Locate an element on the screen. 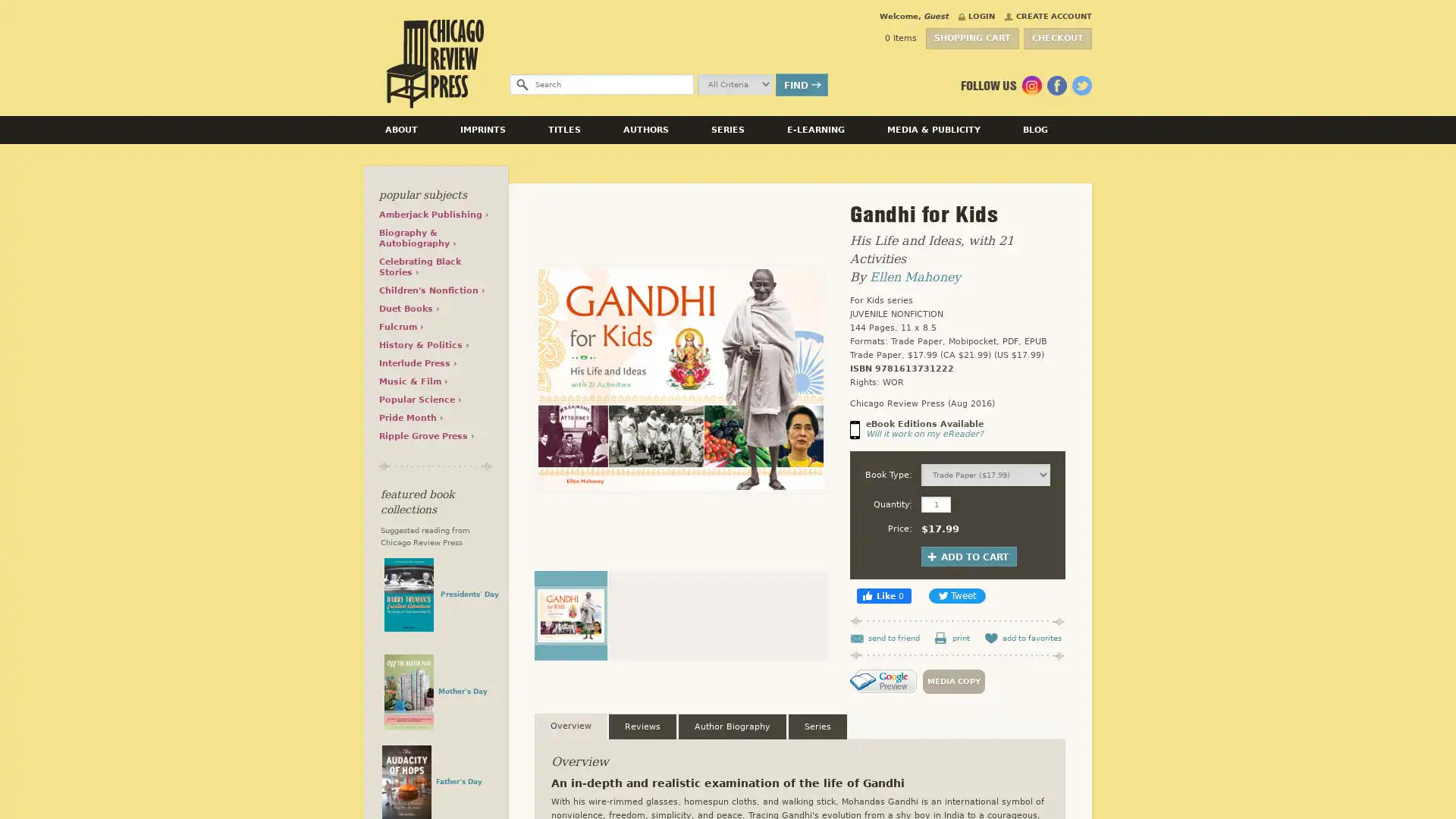  Add To Cart is located at coordinates (968, 555).